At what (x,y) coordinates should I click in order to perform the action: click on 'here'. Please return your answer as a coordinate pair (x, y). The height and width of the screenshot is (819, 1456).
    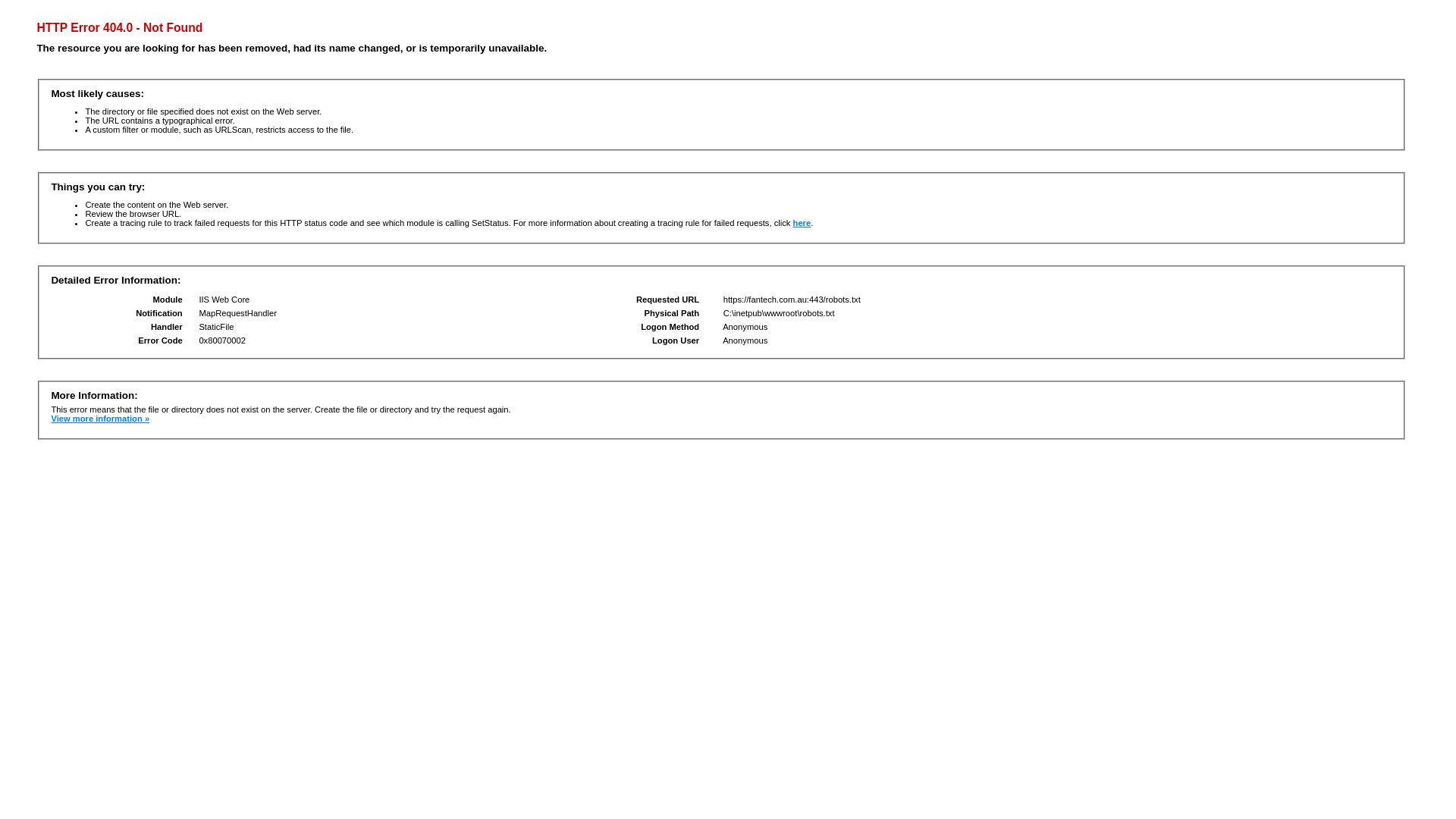
    Looking at the image, I should click on (801, 222).